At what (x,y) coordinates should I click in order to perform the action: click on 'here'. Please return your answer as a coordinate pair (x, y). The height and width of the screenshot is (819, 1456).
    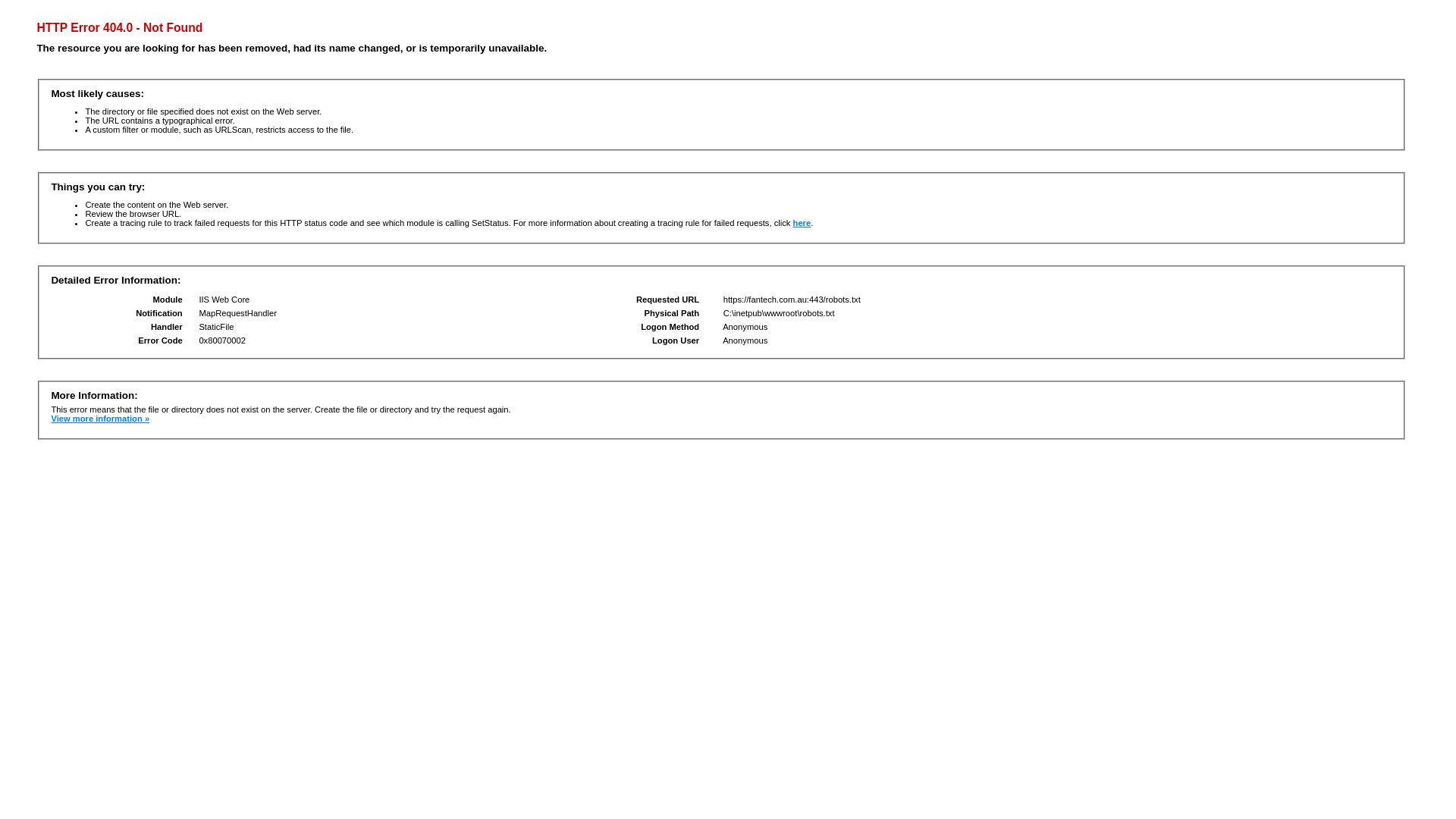
    Looking at the image, I should click on (801, 222).